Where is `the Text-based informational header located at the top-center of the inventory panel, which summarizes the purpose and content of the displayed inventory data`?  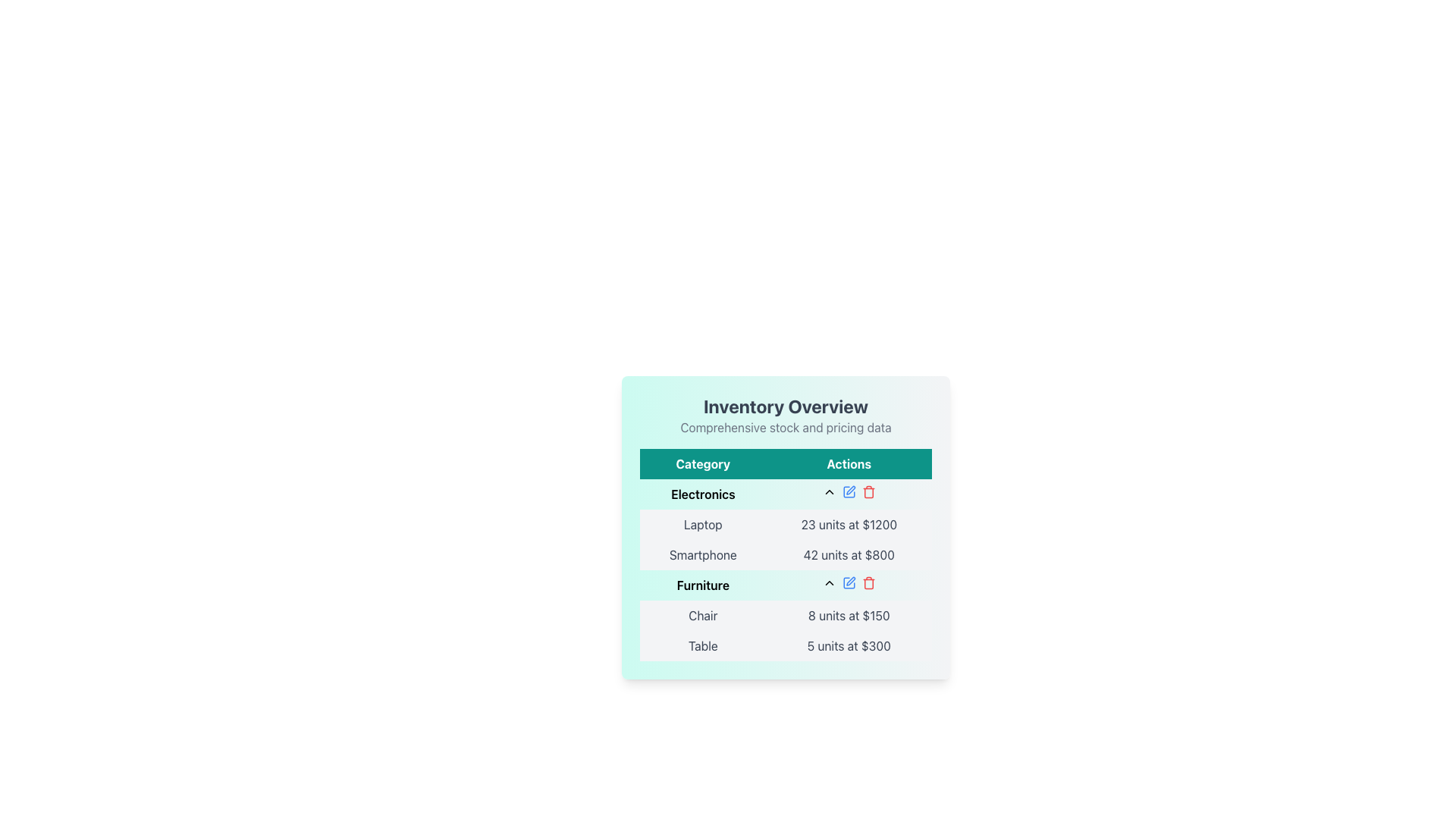
the Text-based informational header located at the top-center of the inventory panel, which summarizes the purpose and content of the displayed inventory data is located at coordinates (786, 415).